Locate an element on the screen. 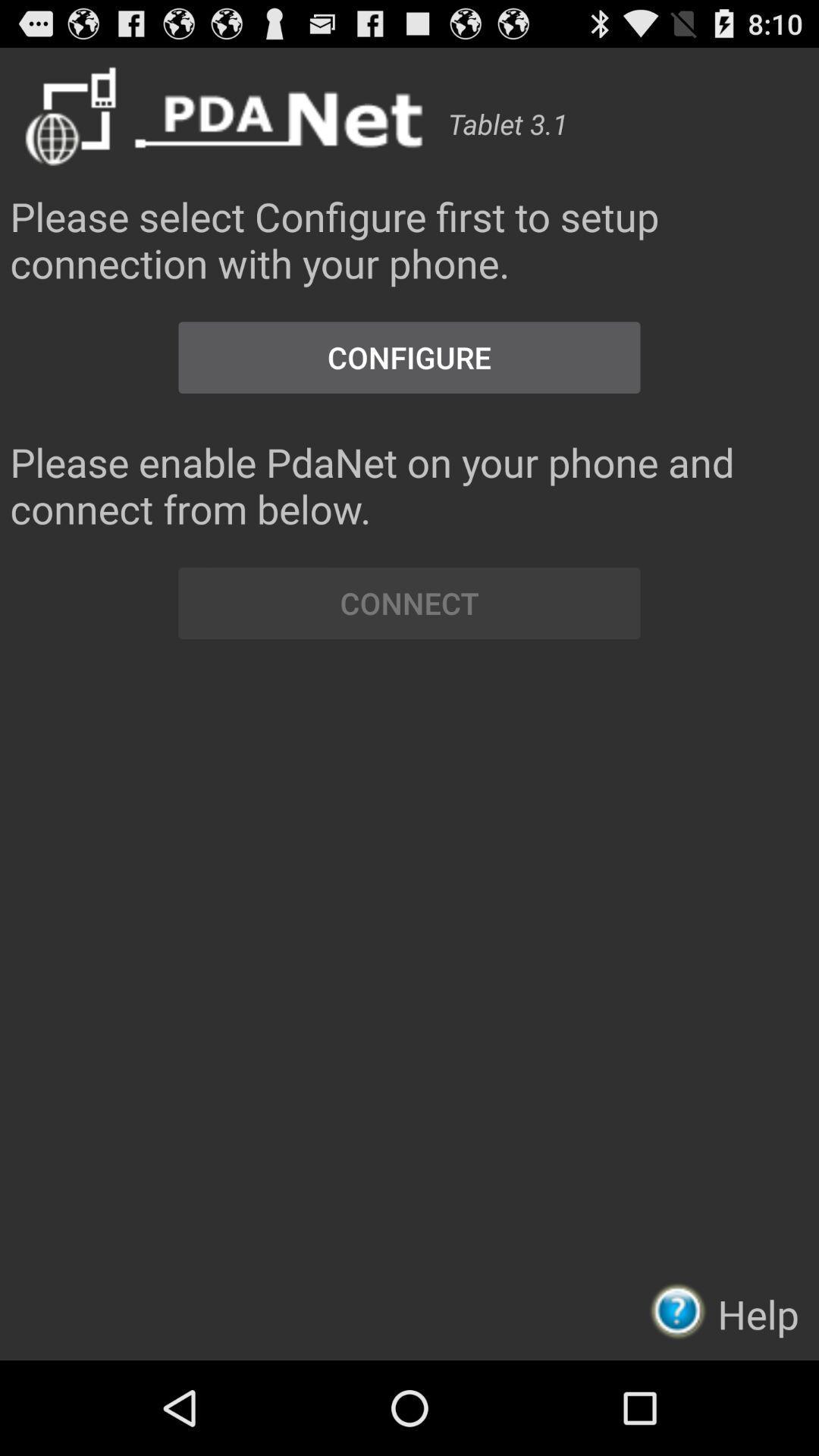  the help icon is located at coordinates (682, 1401).